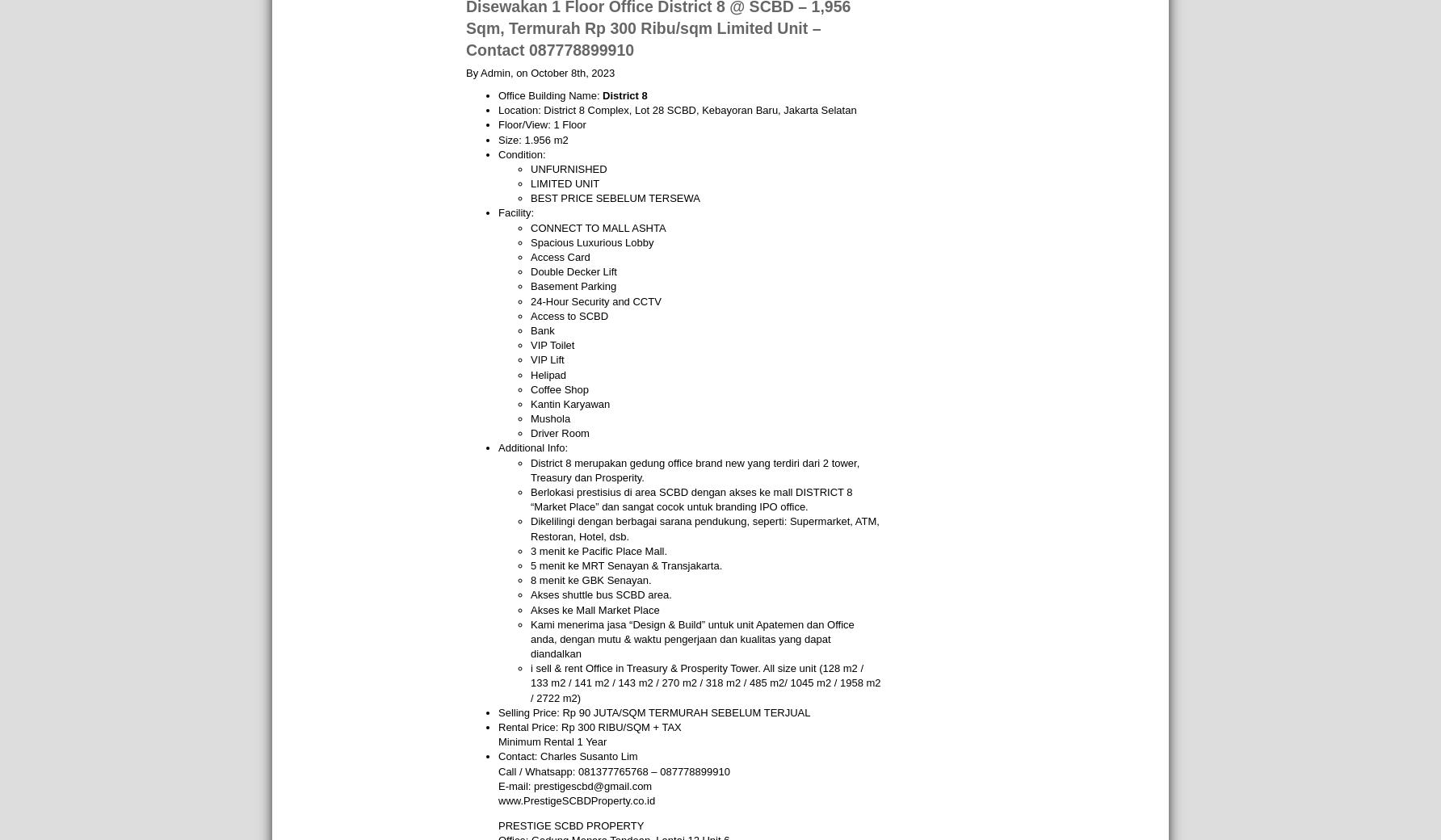 Image resolution: width=1441 pixels, height=840 pixels. I want to click on 'Rental Price: Rp 300 RIBU/SQM + TAX', so click(590, 726).